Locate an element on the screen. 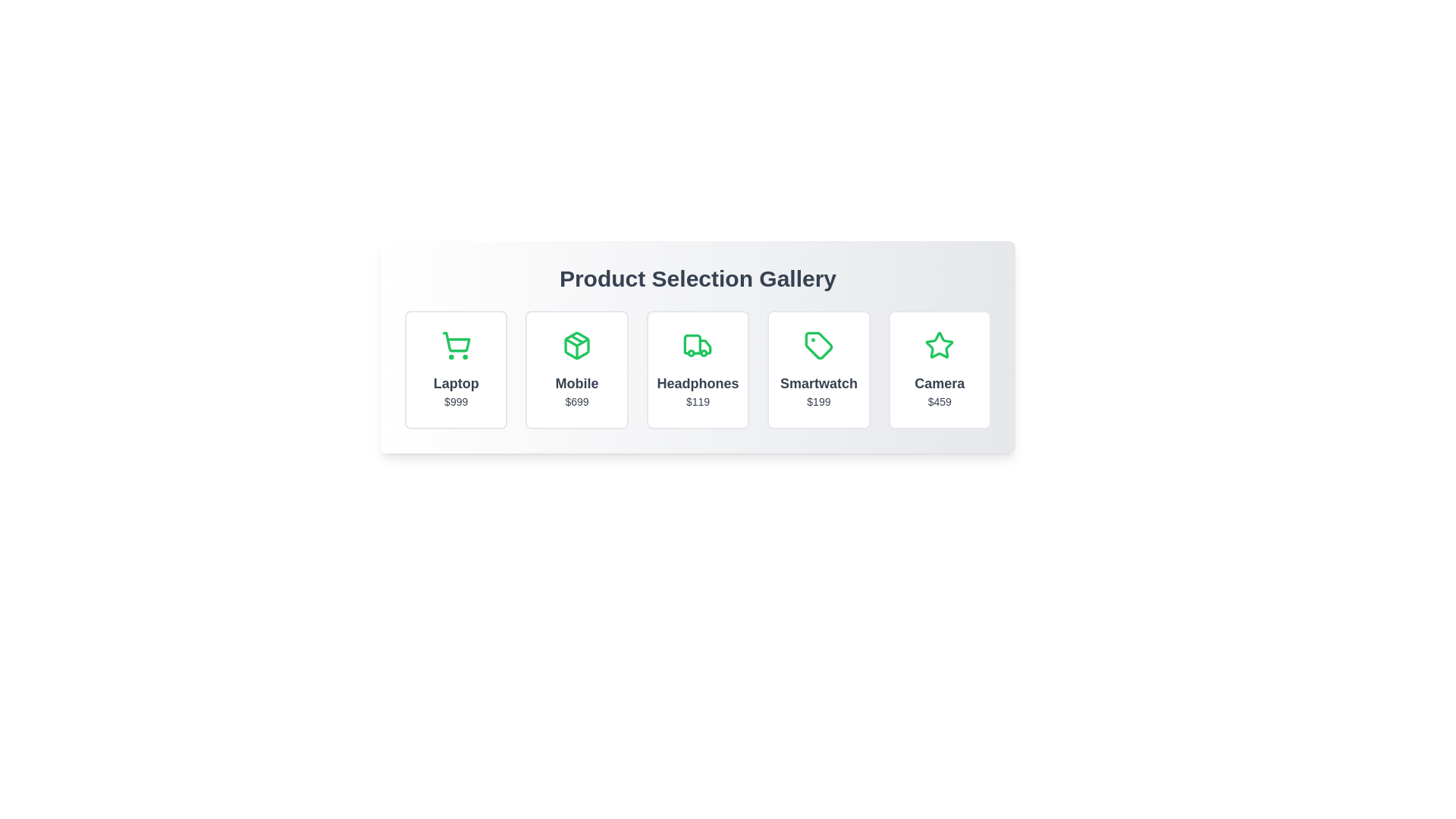 This screenshot has height=819, width=1456. the rating or favorite status icon located above the text 'Camera' in the card, positioned centrally in the upper-middle part of the card is located at coordinates (939, 345).